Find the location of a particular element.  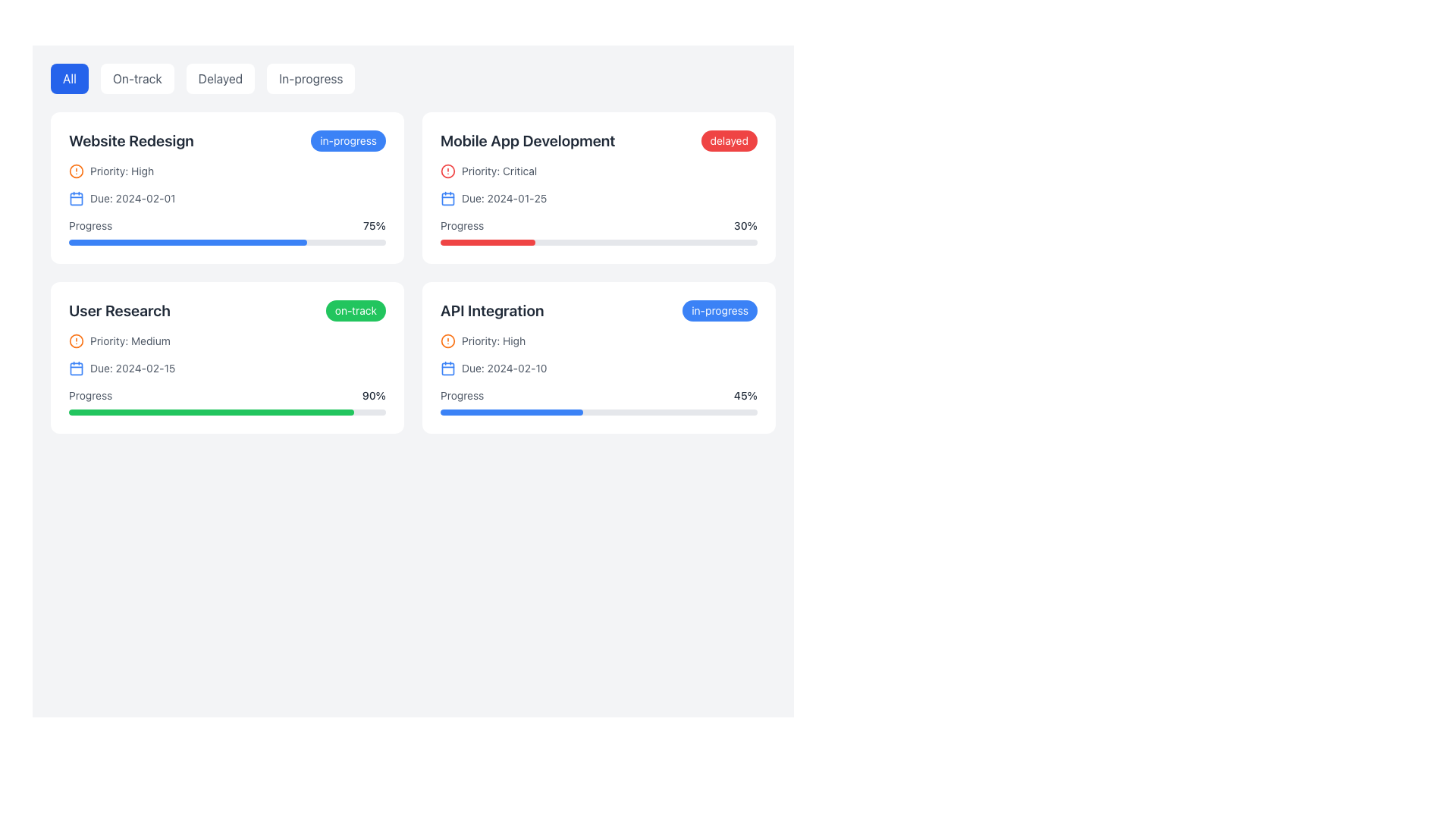

the text label displaying 'Priority: High' located in the 'Website Redesign' card, positioned below the title and above the due information, to the right of an orange alert icon is located at coordinates (122, 171).